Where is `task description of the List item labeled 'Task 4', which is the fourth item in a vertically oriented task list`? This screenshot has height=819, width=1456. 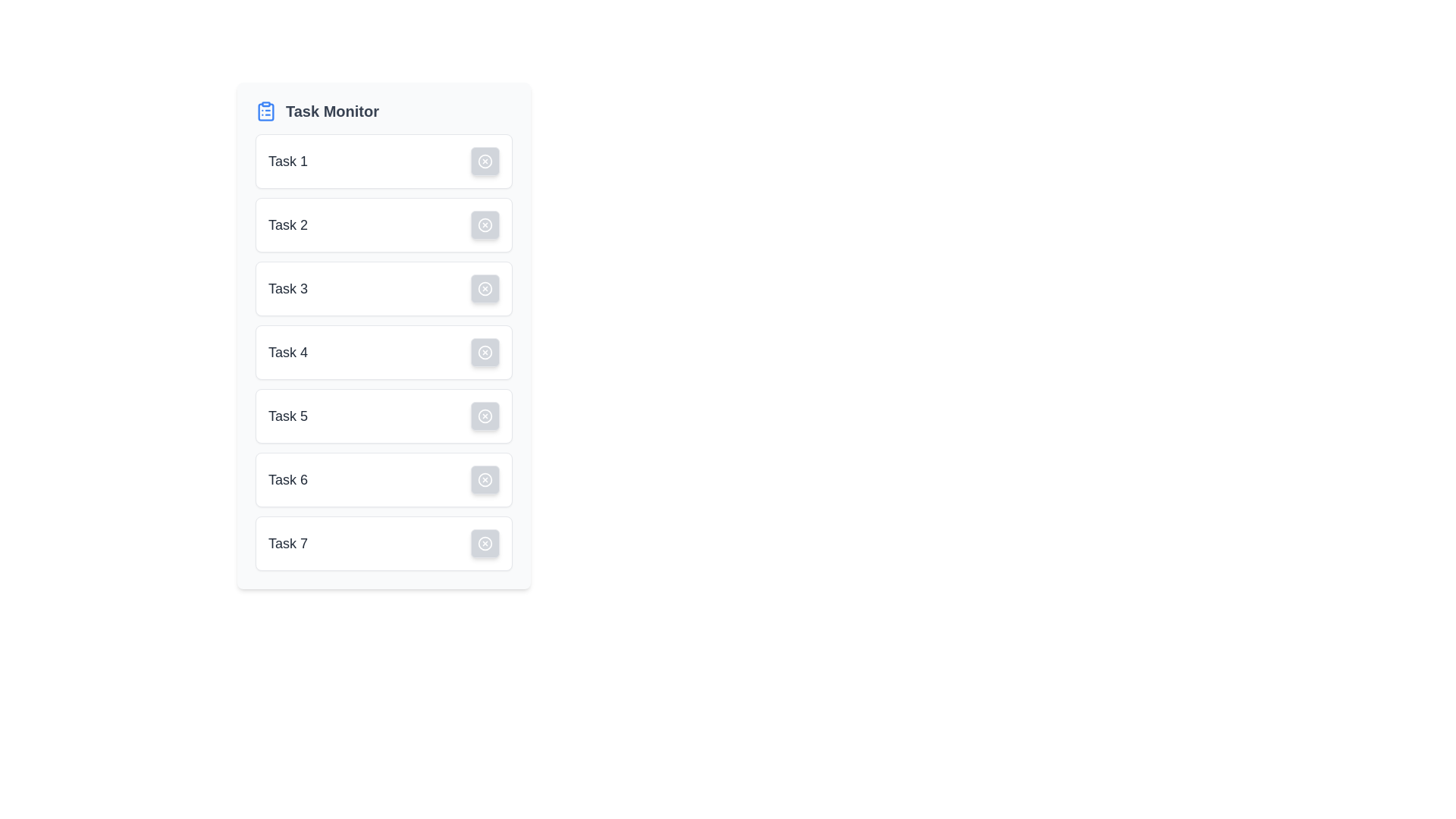
task description of the List item labeled 'Task 4', which is the fourth item in a vertically oriented task list is located at coordinates (384, 353).